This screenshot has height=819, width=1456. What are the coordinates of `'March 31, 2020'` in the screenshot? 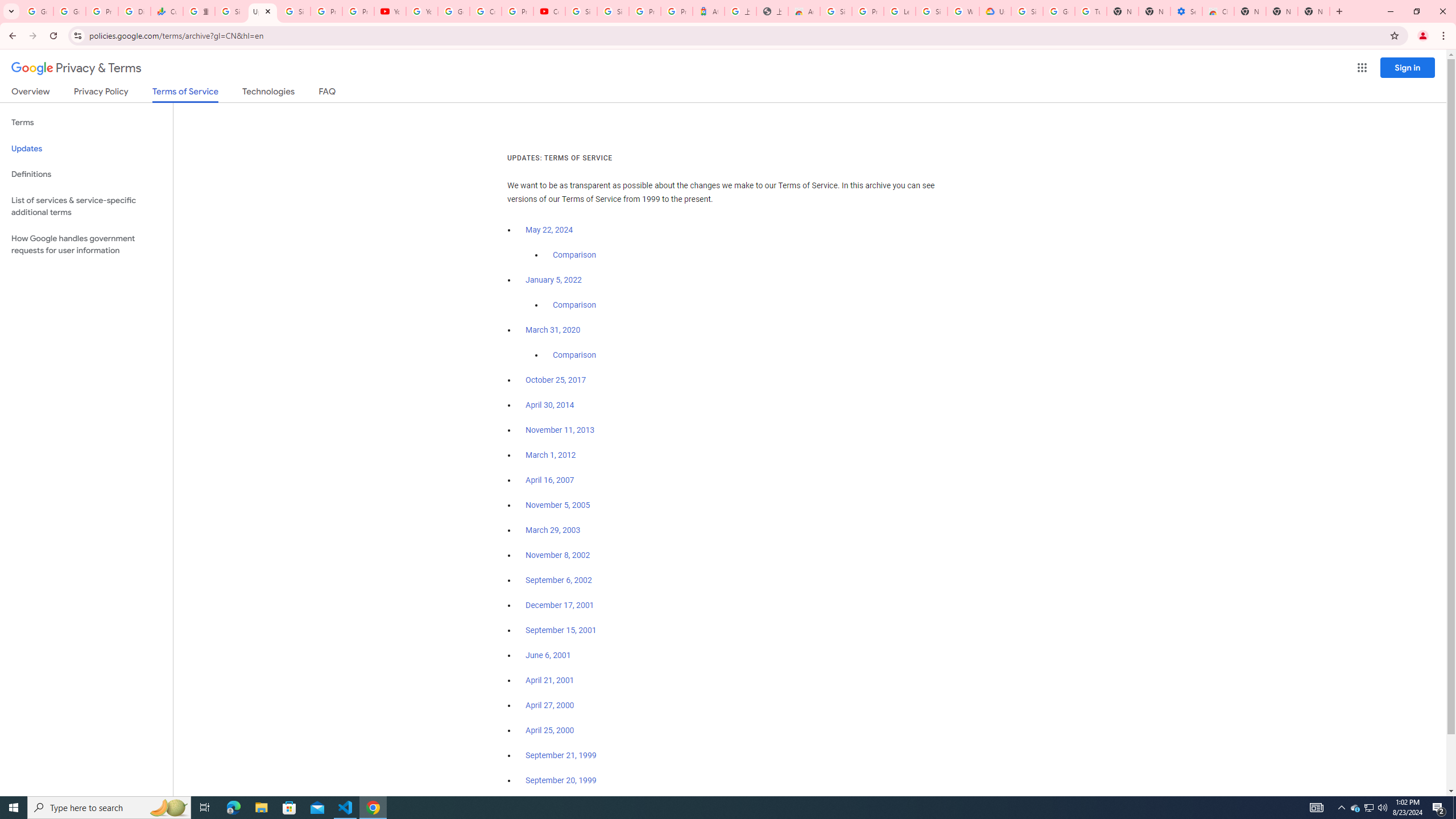 It's located at (552, 330).